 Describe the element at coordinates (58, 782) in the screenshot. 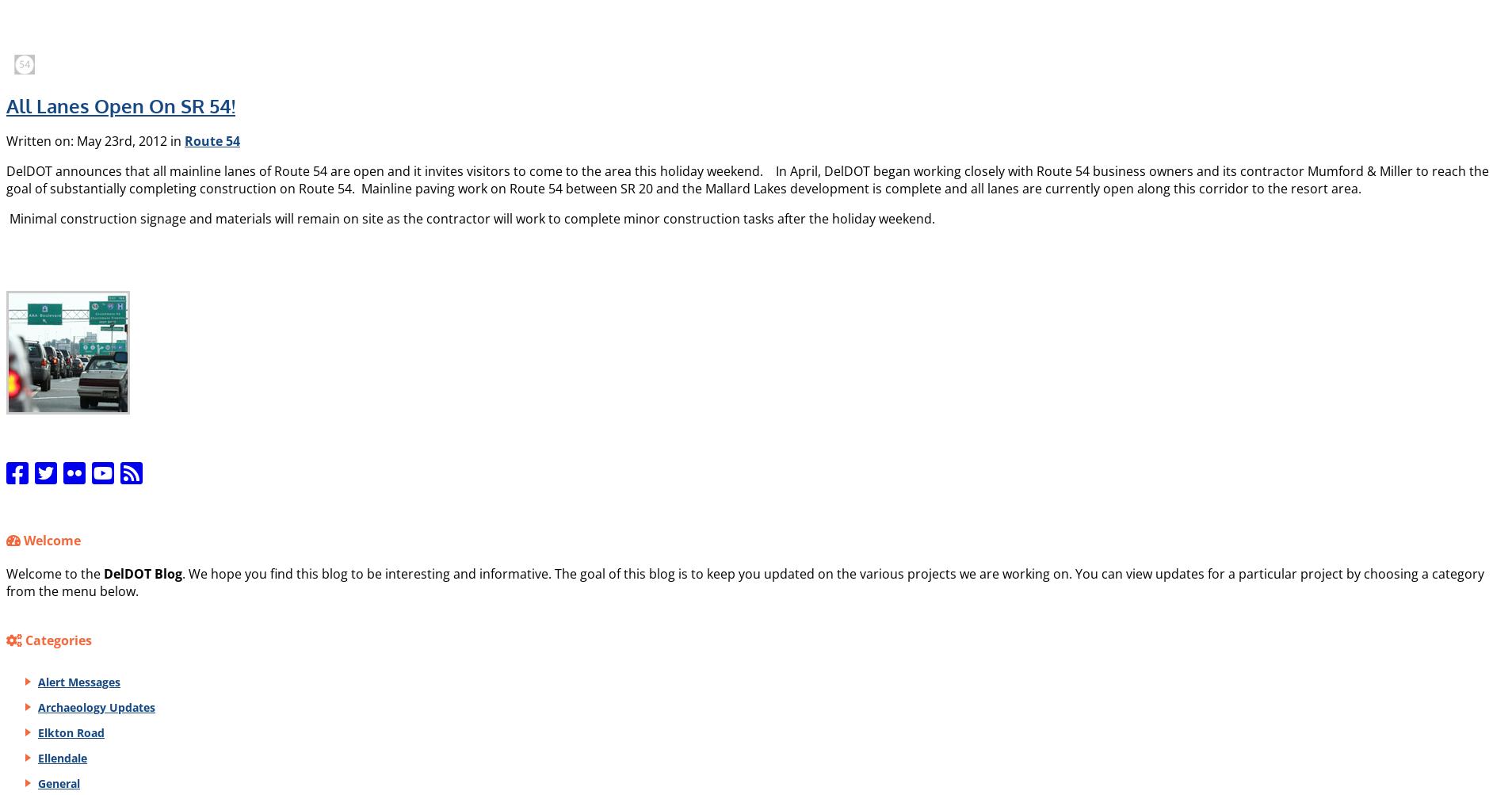

I see `'General'` at that location.